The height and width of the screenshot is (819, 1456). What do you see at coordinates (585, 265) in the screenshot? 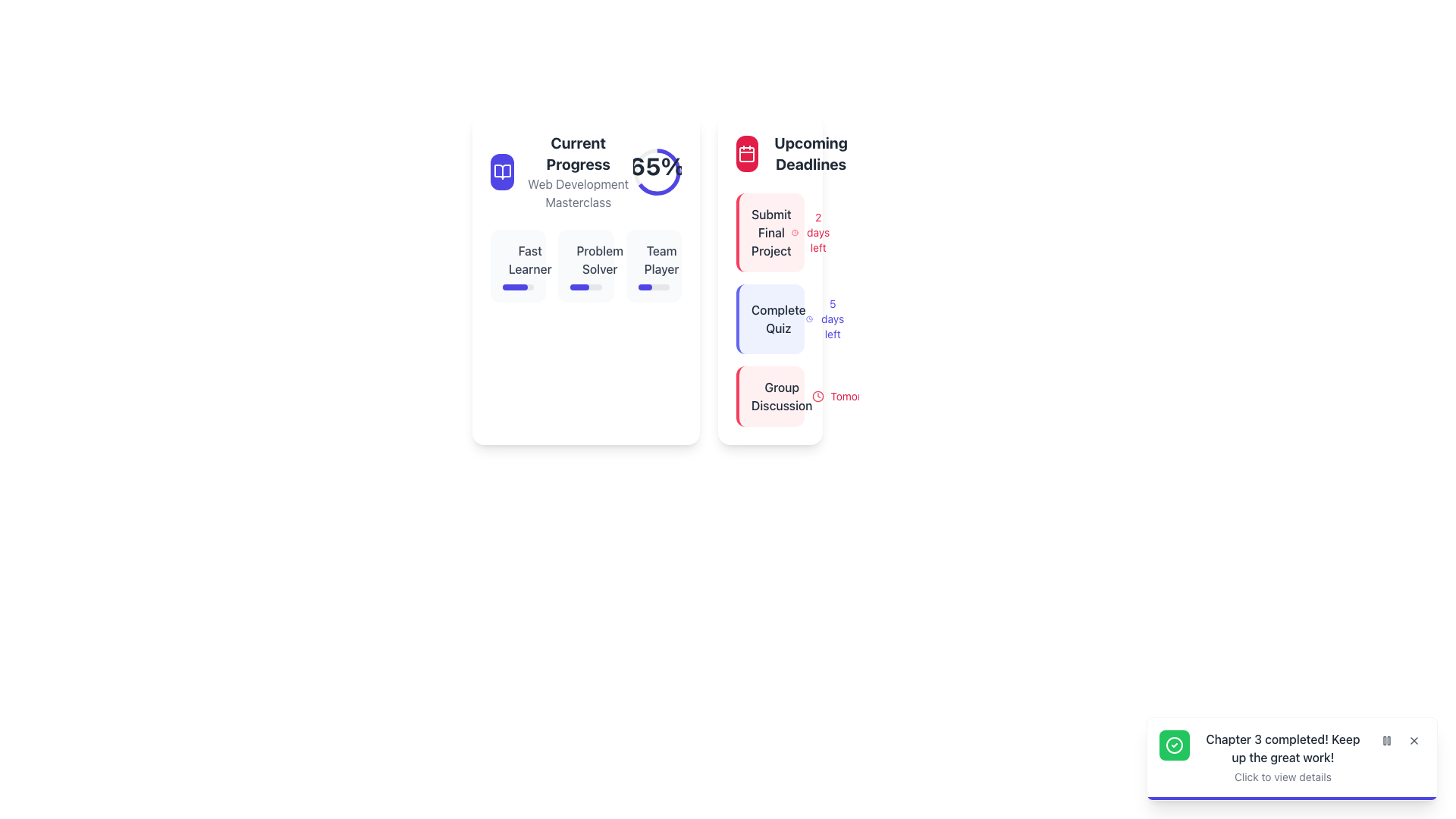
I see `the Grid section containing skill progress blocks` at bounding box center [585, 265].